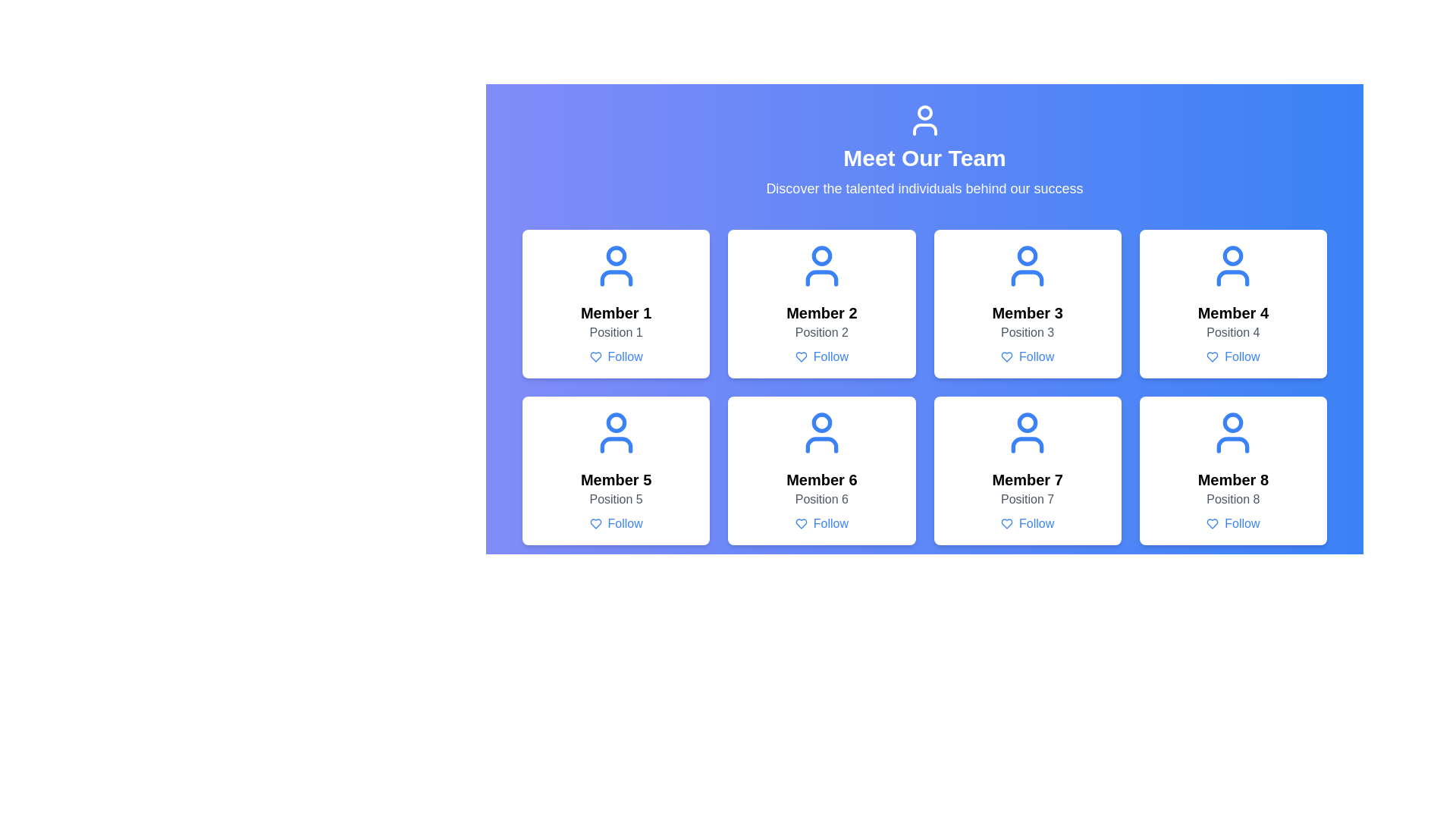  Describe the element at coordinates (1233, 265) in the screenshot. I see `the blue human outline icon located at the top-right corner of the 'Member 4' card` at that location.